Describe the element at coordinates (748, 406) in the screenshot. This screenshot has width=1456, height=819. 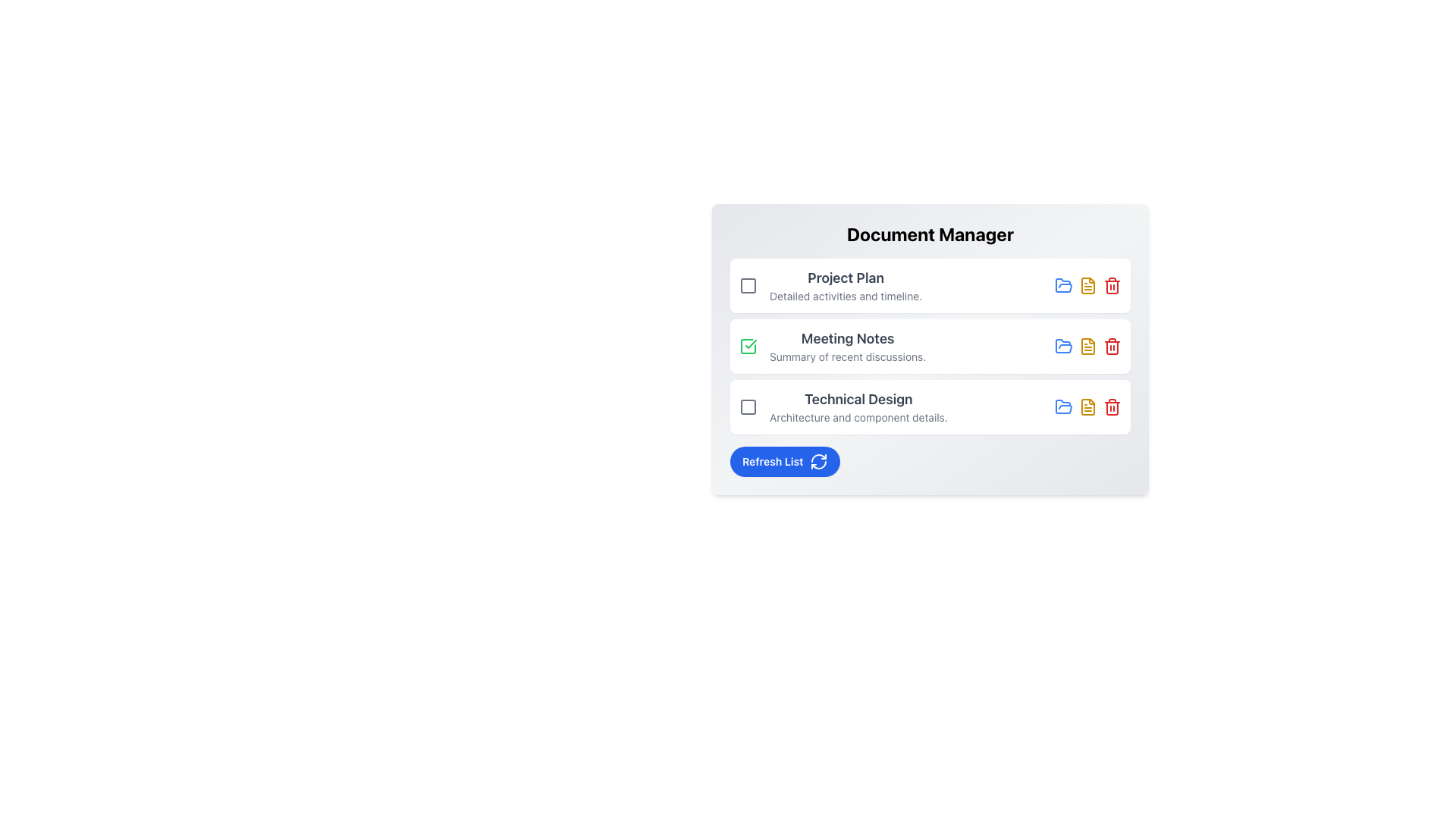
I see `the unselected square-shaped checkbox outlined in gray, located to the left of the 'Technical Design' label in the Document Manager interface` at that location.